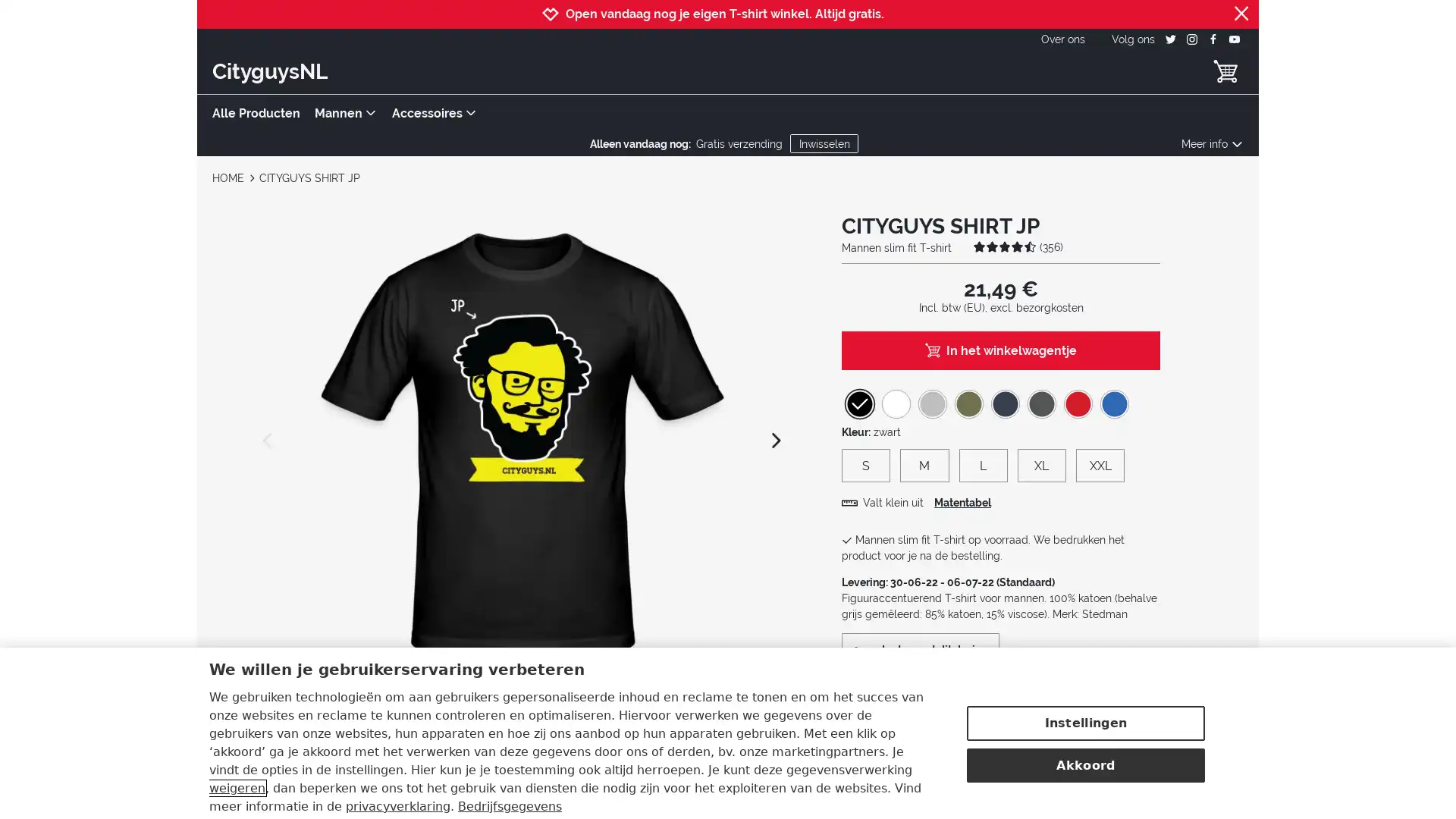 The height and width of the screenshot is (819, 1456). What do you see at coordinates (1001, 350) in the screenshot?
I see `In het winkelwagentje` at bounding box center [1001, 350].